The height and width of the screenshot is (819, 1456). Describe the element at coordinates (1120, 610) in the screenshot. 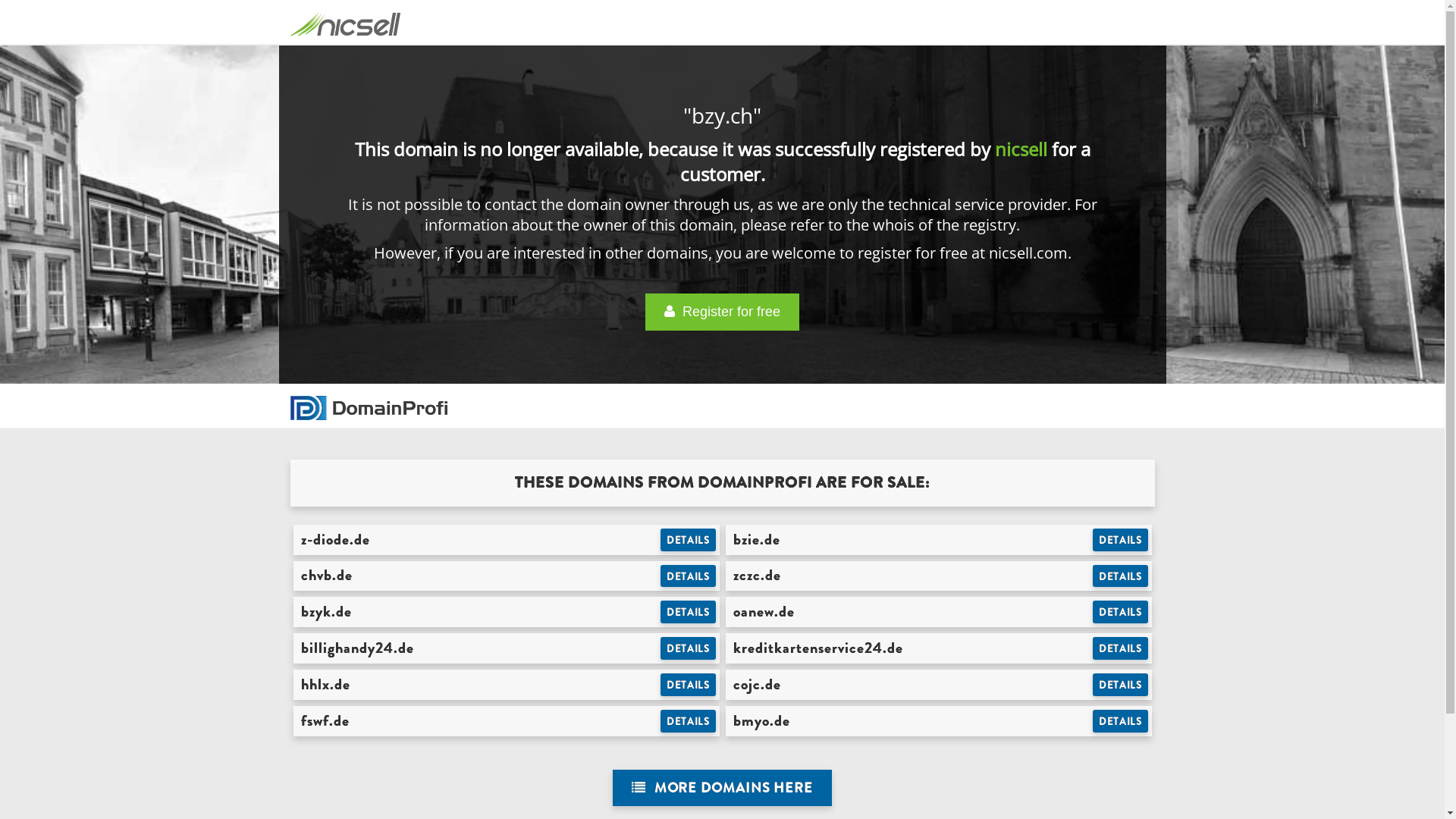

I see `'DETAILS'` at that location.